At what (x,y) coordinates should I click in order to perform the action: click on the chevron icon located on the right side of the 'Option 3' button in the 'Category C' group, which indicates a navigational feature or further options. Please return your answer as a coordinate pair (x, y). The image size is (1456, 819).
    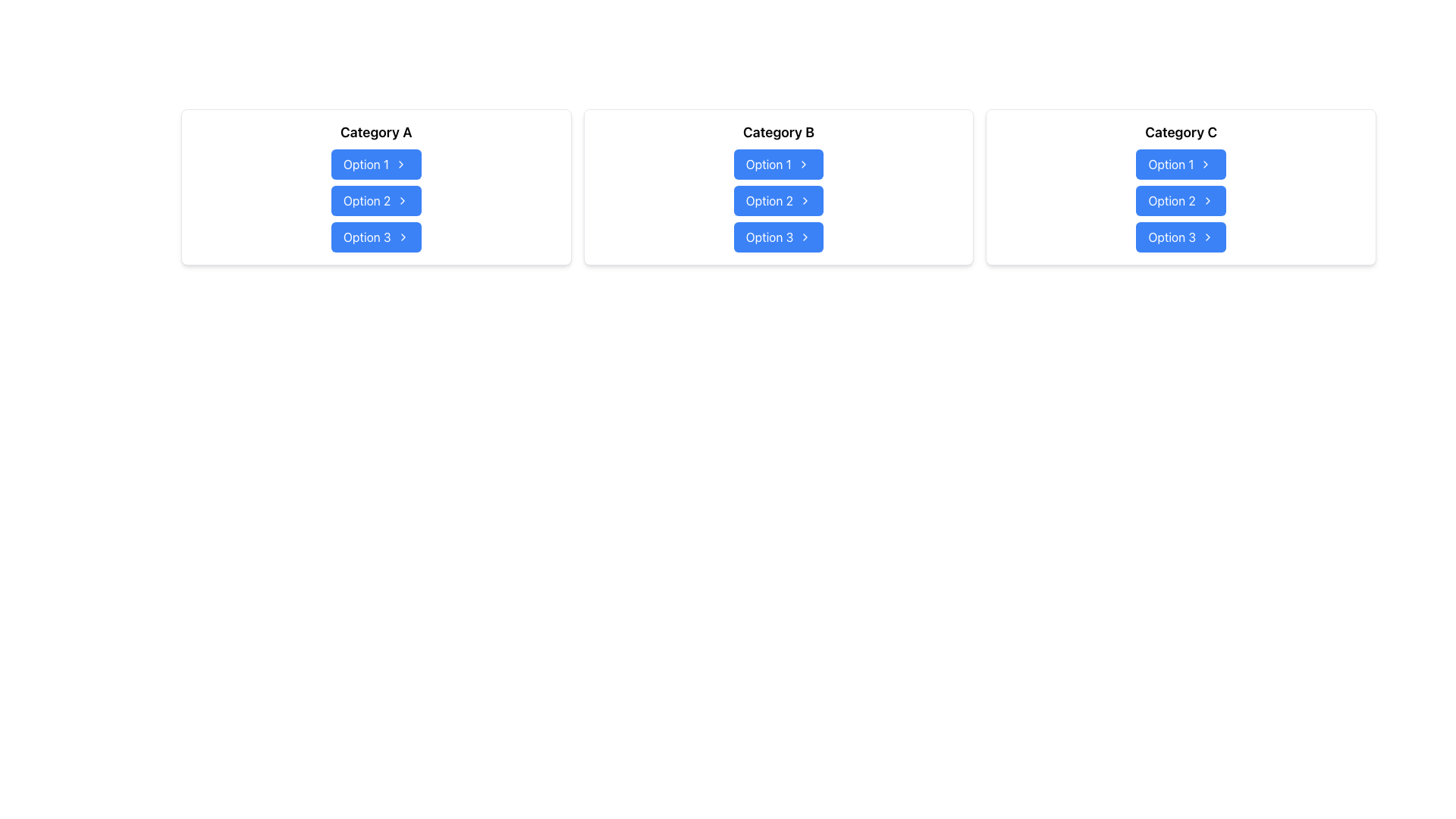
    Looking at the image, I should click on (1207, 237).